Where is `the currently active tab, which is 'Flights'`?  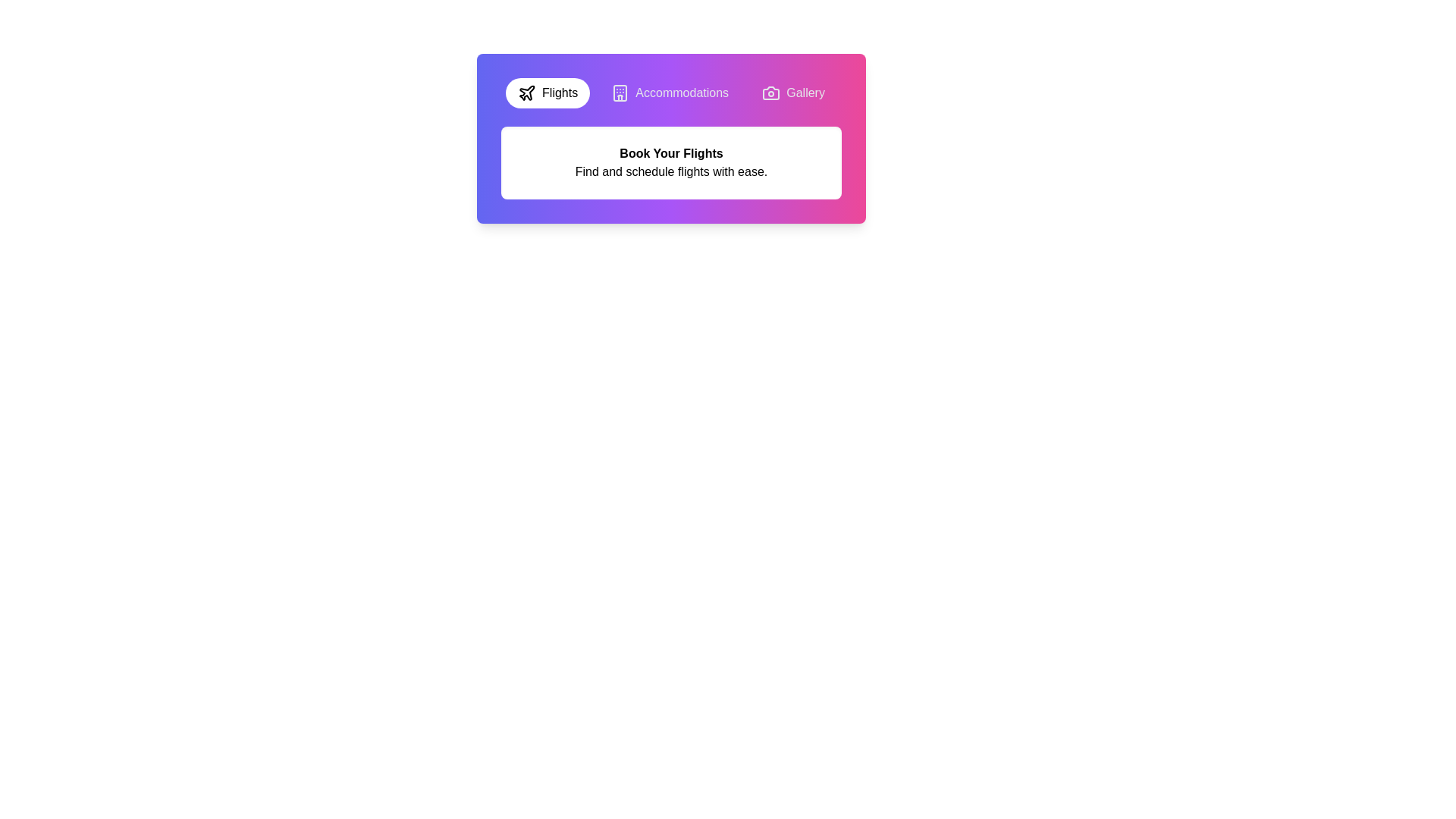
the currently active tab, which is 'Flights' is located at coordinates (547, 93).